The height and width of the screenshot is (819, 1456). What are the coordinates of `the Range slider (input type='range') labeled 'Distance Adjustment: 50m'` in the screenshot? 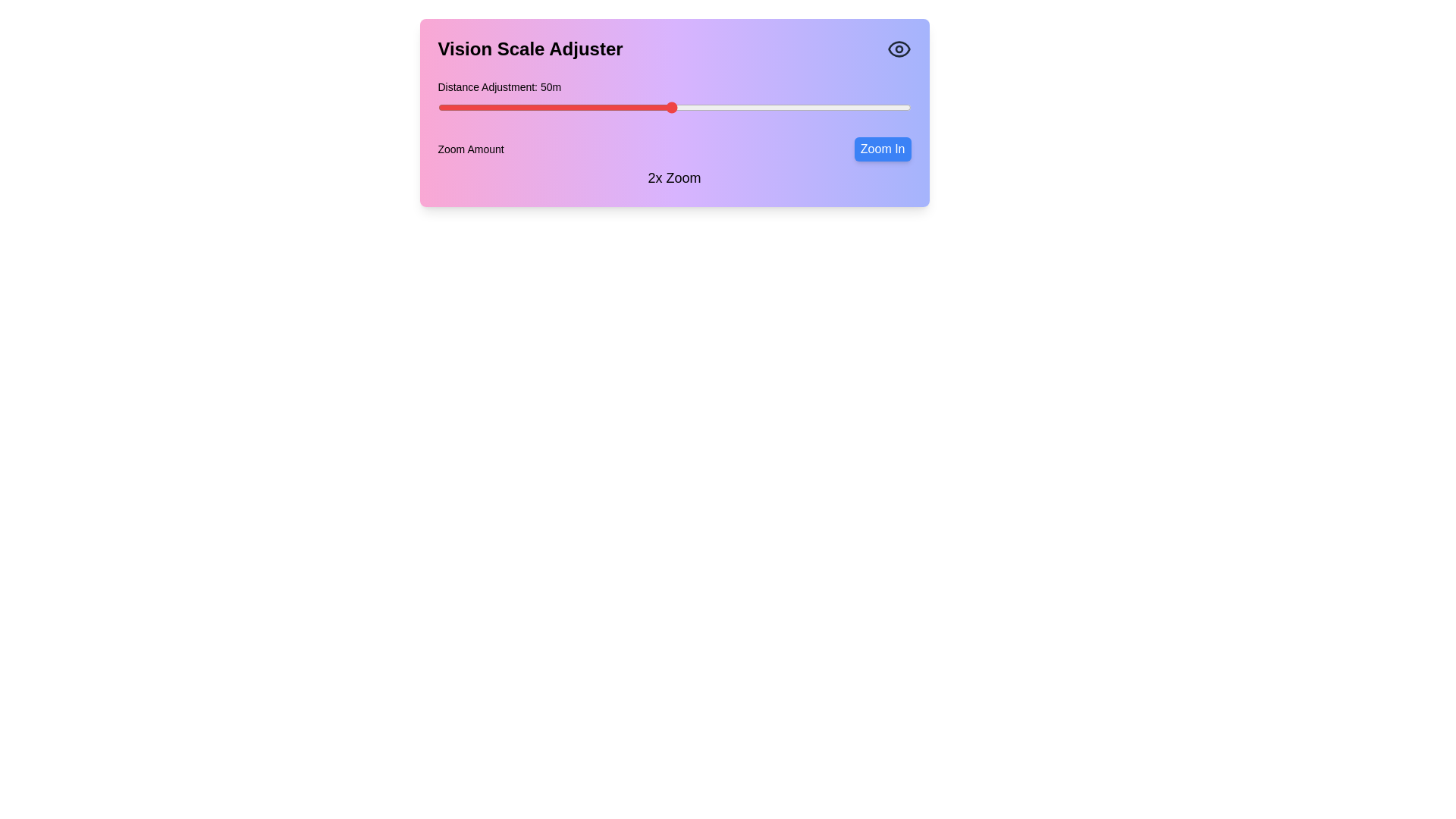 It's located at (673, 99).